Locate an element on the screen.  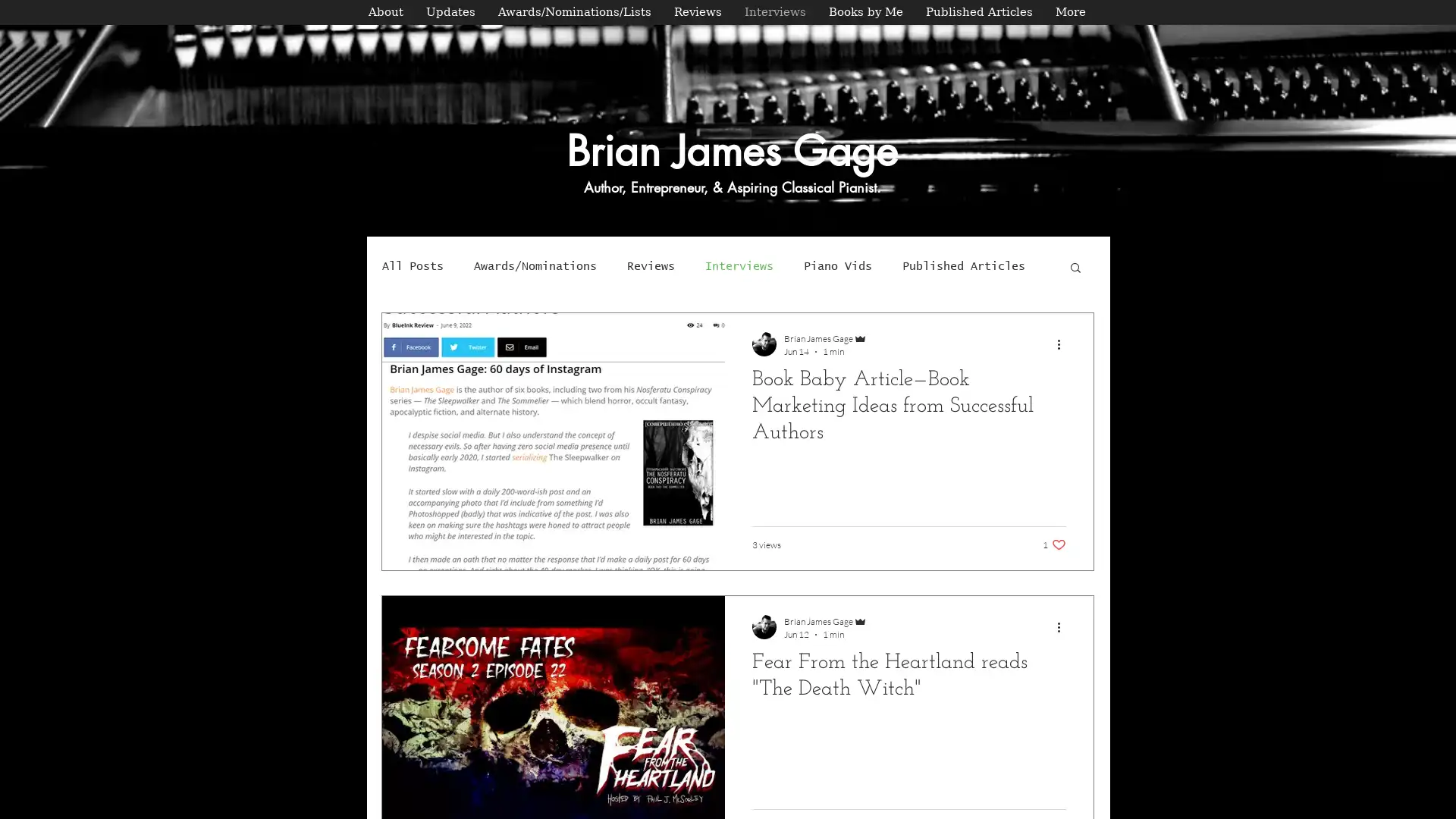
All Posts is located at coordinates (413, 265).